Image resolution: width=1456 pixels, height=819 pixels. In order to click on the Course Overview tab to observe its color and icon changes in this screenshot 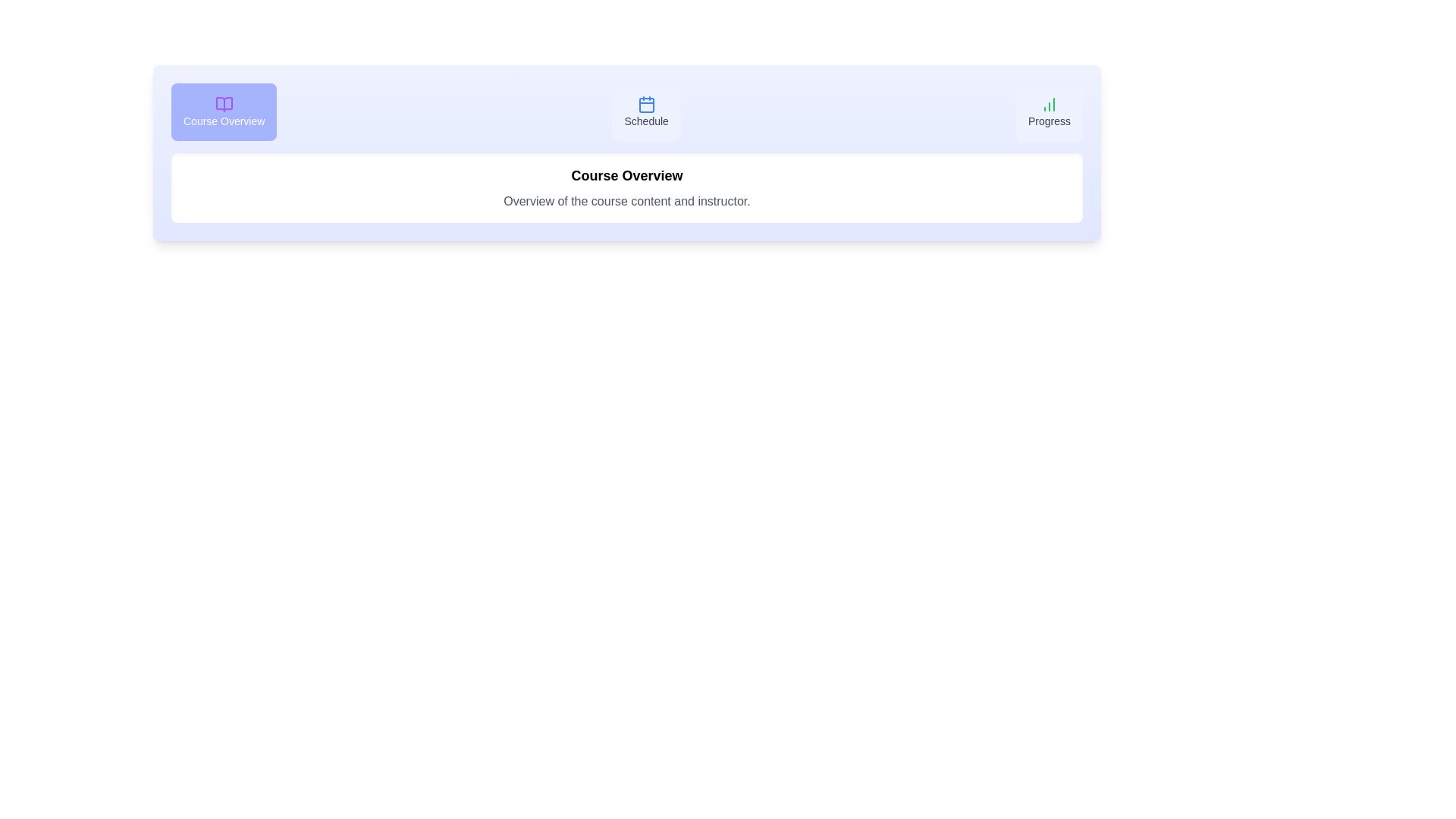, I will do `click(222, 111)`.